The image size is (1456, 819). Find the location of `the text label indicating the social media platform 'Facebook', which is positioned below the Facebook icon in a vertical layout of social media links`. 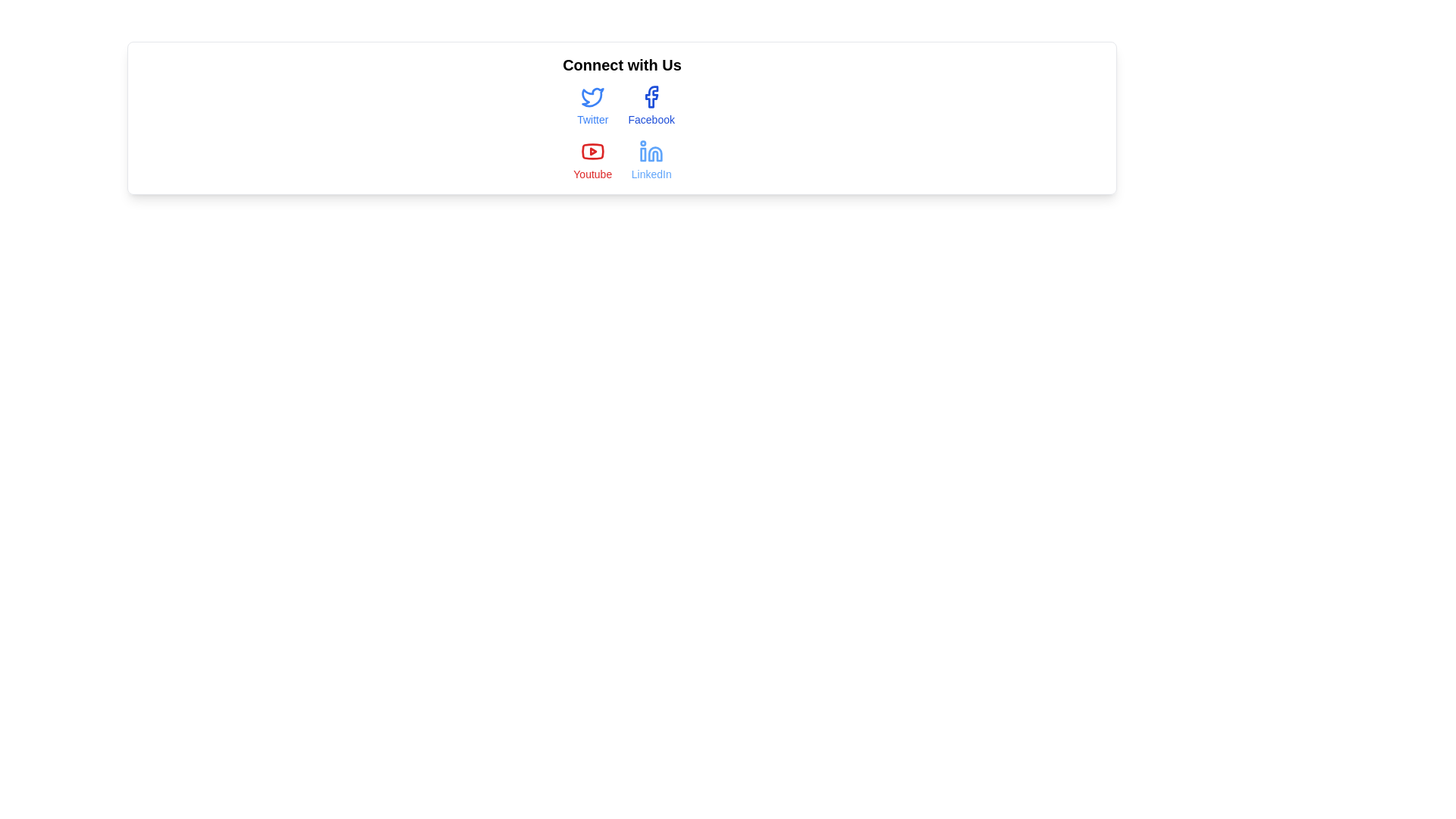

the text label indicating the social media platform 'Facebook', which is positioned below the Facebook icon in a vertical layout of social media links is located at coordinates (651, 119).